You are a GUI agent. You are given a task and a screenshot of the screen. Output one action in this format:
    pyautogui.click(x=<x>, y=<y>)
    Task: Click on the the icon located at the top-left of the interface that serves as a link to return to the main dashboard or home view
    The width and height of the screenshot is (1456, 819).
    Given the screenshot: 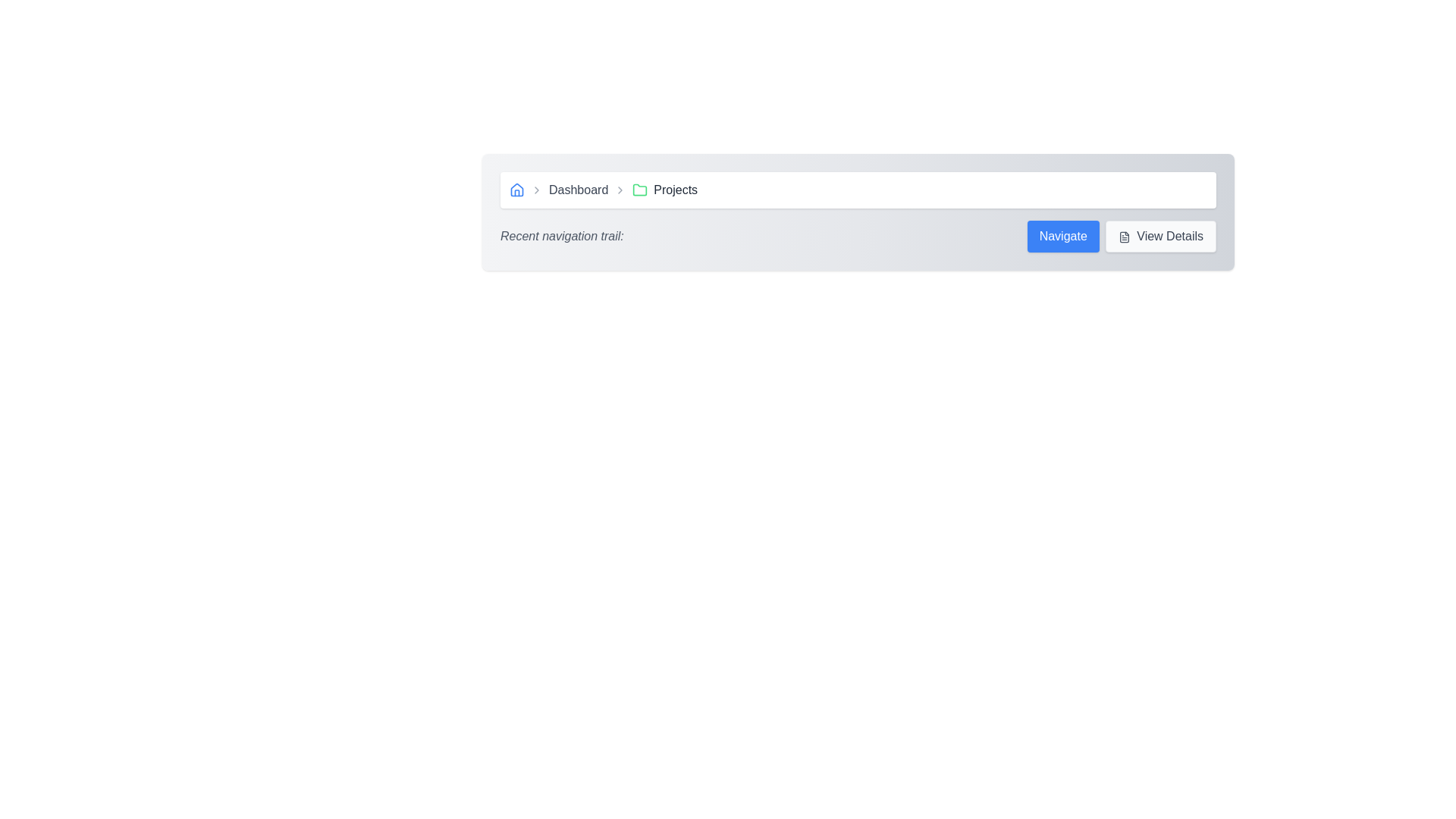 What is the action you would take?
    pyautogui.click(x=516, y=189)
    